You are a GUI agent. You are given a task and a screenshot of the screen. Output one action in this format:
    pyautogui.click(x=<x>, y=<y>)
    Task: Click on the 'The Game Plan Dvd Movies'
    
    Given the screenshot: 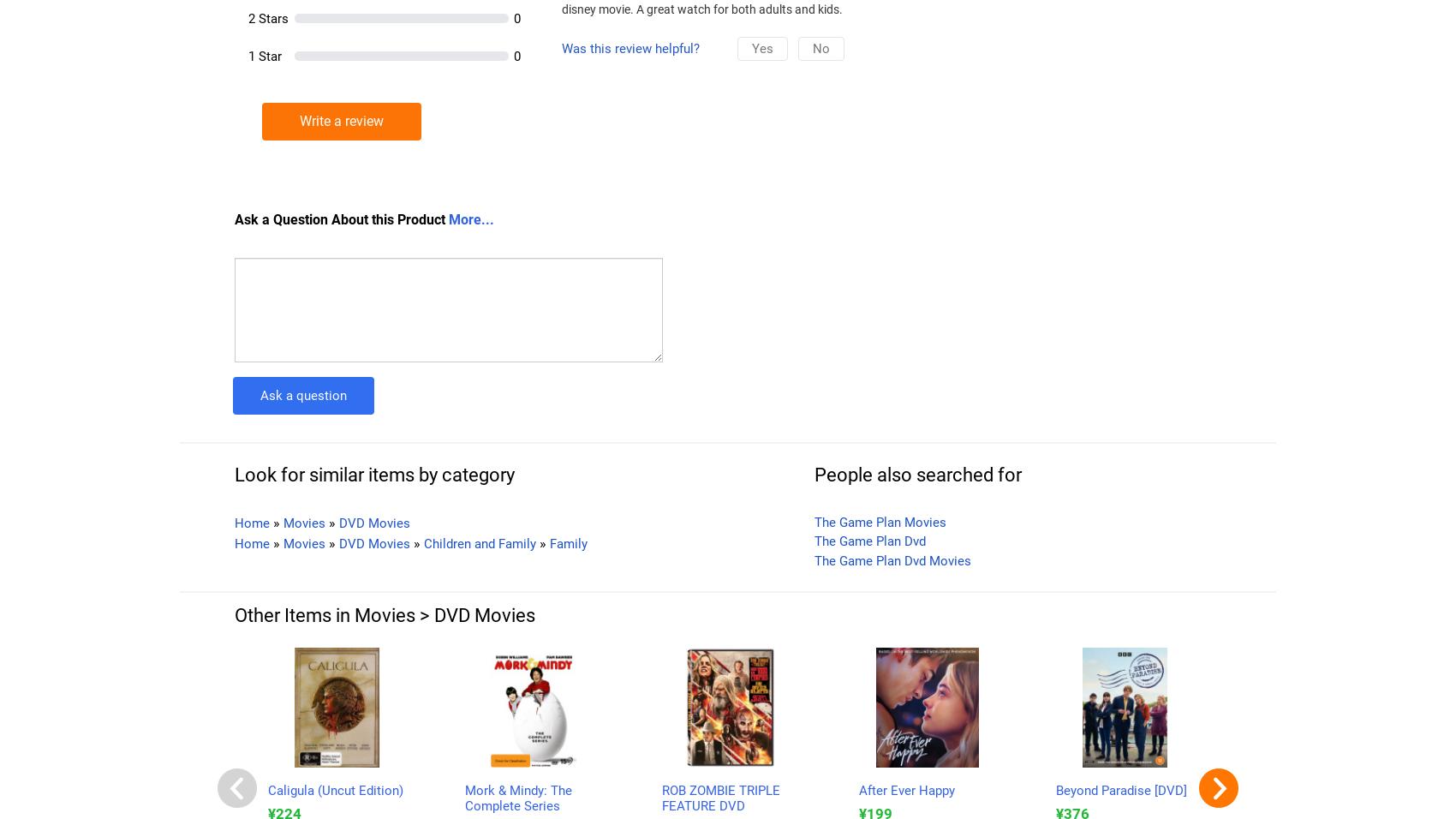 What is the action you would take?
    pyautogui.click(x=892, y=559)
    